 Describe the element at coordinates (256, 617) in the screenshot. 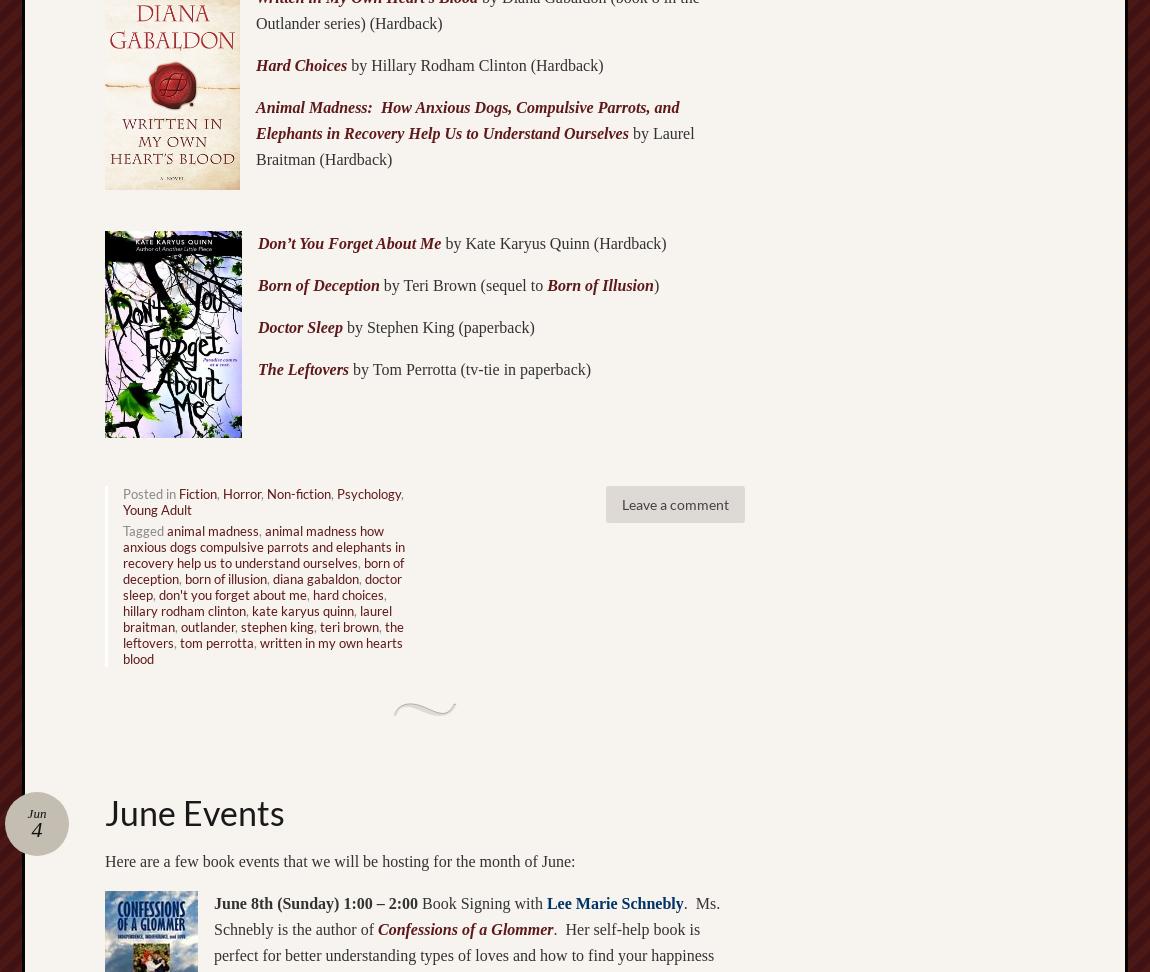

I see `'laurel braitman'` at that location.